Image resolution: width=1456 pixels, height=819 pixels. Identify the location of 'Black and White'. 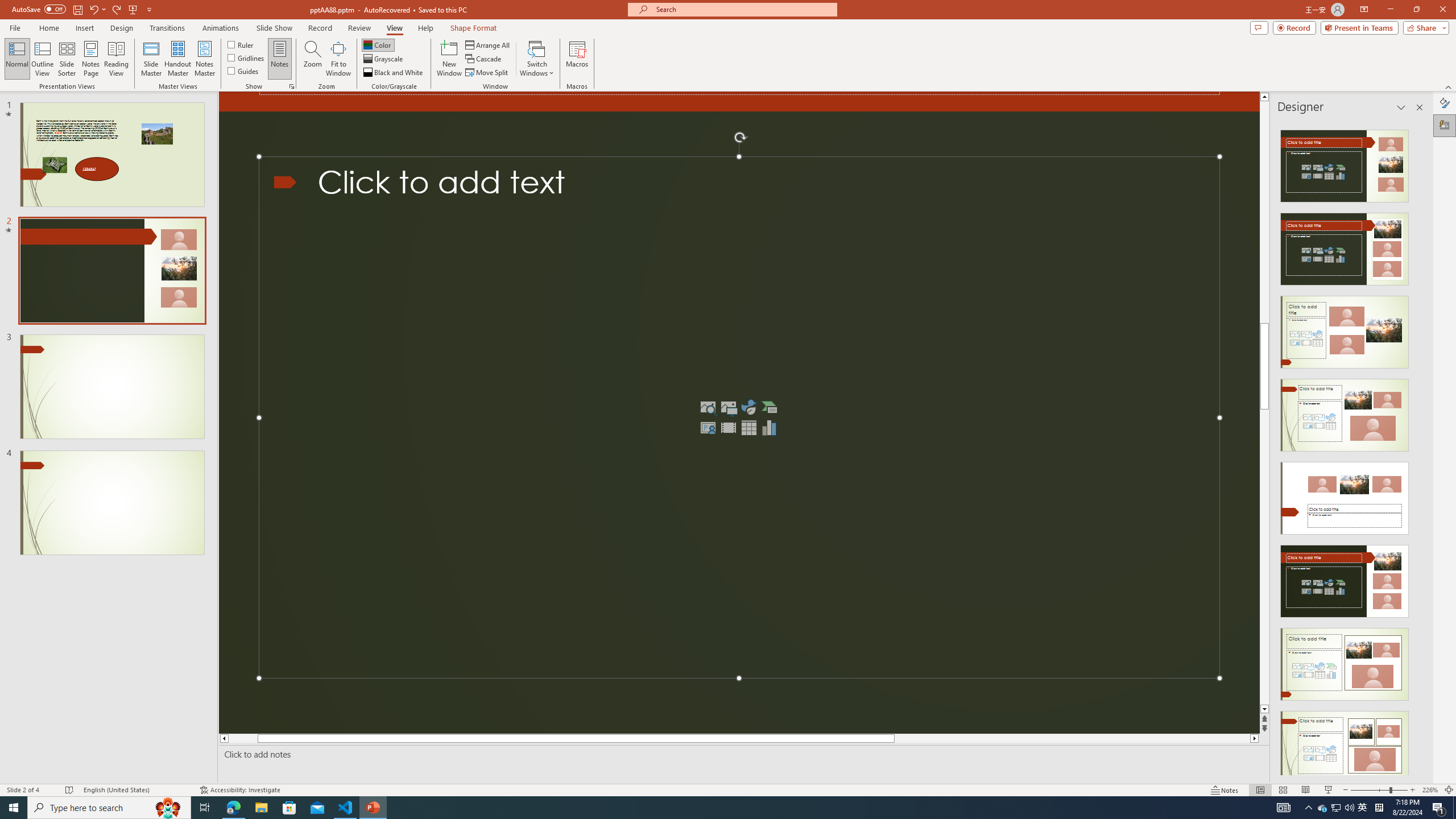
(394, 72).